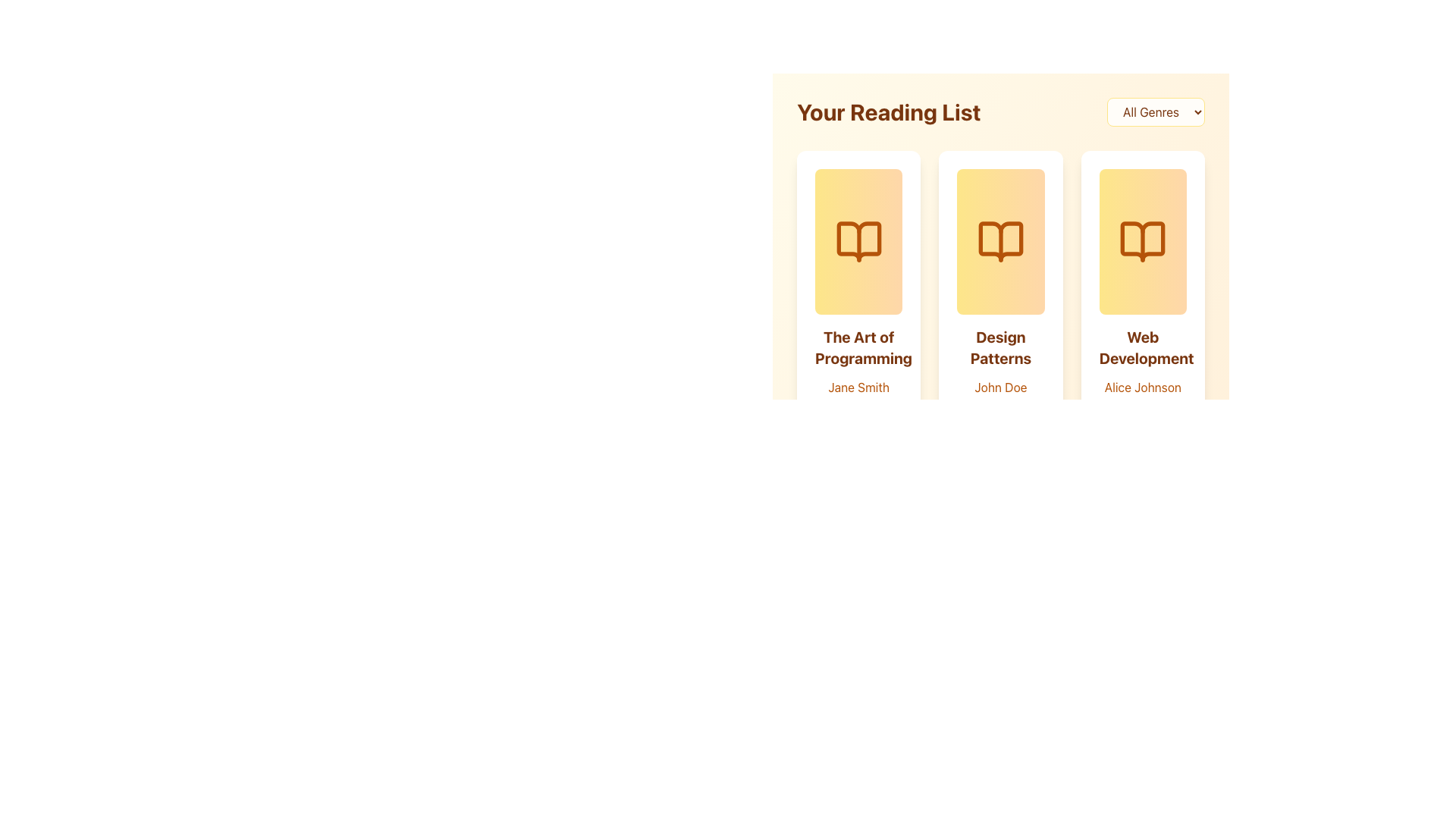  I want to click on the Text label representing the title 'Design Patterns' at the top of the second card in the 'Your Reading List' section, so click(1001, 348).